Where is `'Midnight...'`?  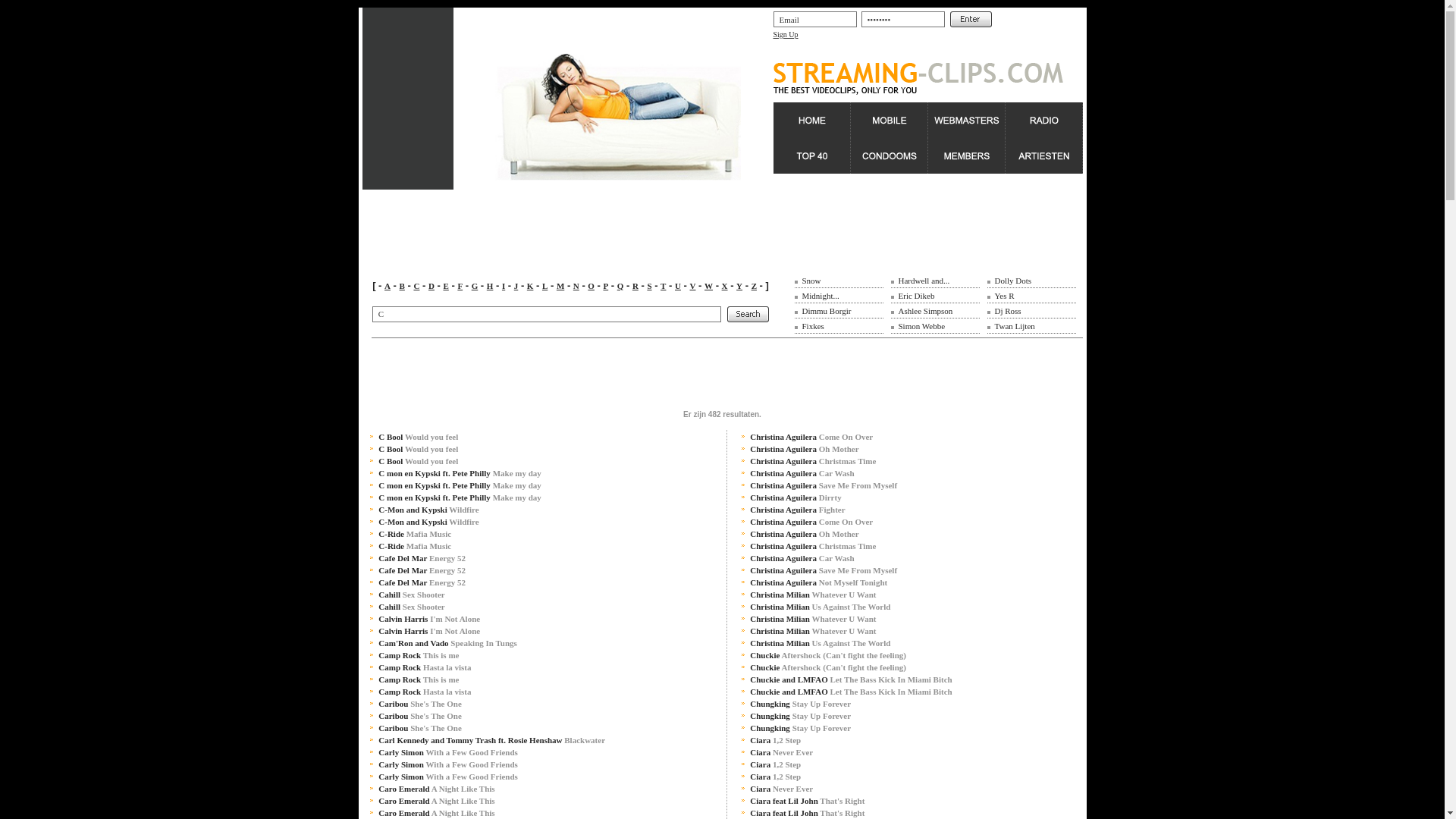
'Midnight...' is located at coordinates (801, 295).